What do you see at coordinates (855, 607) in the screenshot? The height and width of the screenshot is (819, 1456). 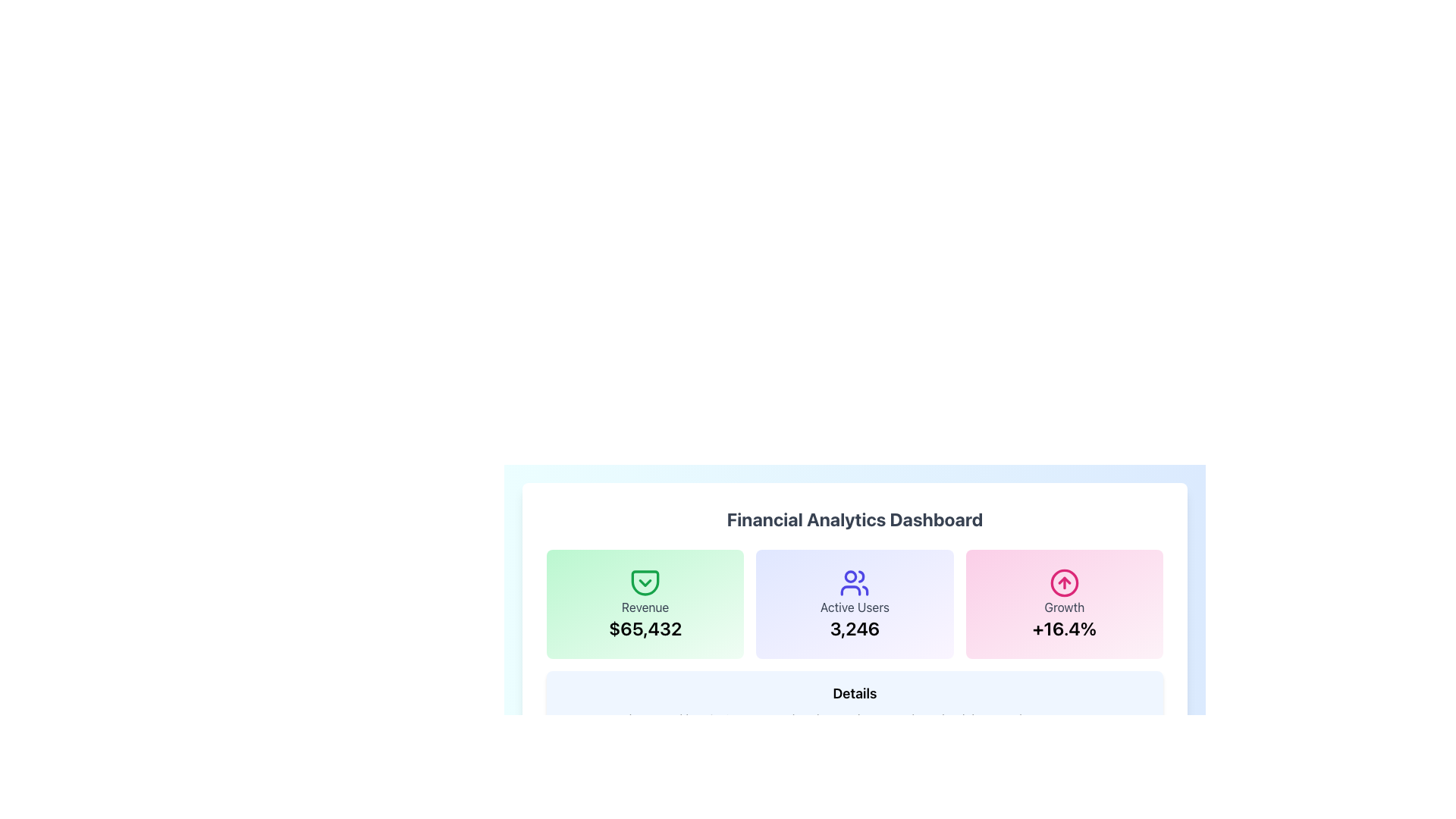 I see `the 'Active Users' label located in the middle card of the three horizontally arranged cards below the 'Financial Analytics Dashboard' header` at bounding box center [855, 607].